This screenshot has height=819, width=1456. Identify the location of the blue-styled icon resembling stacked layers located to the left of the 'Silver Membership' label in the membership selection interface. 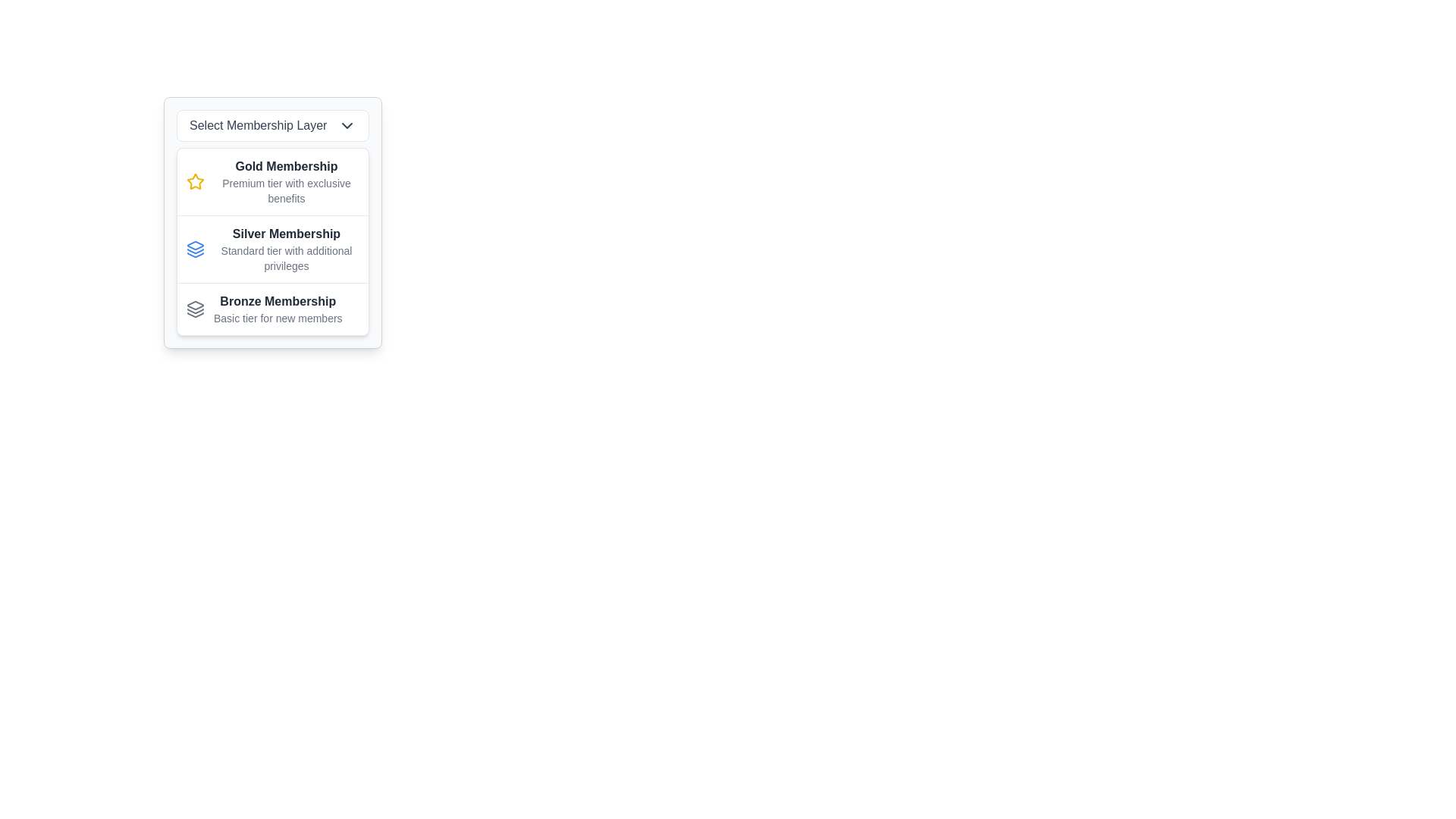
(195, 248).